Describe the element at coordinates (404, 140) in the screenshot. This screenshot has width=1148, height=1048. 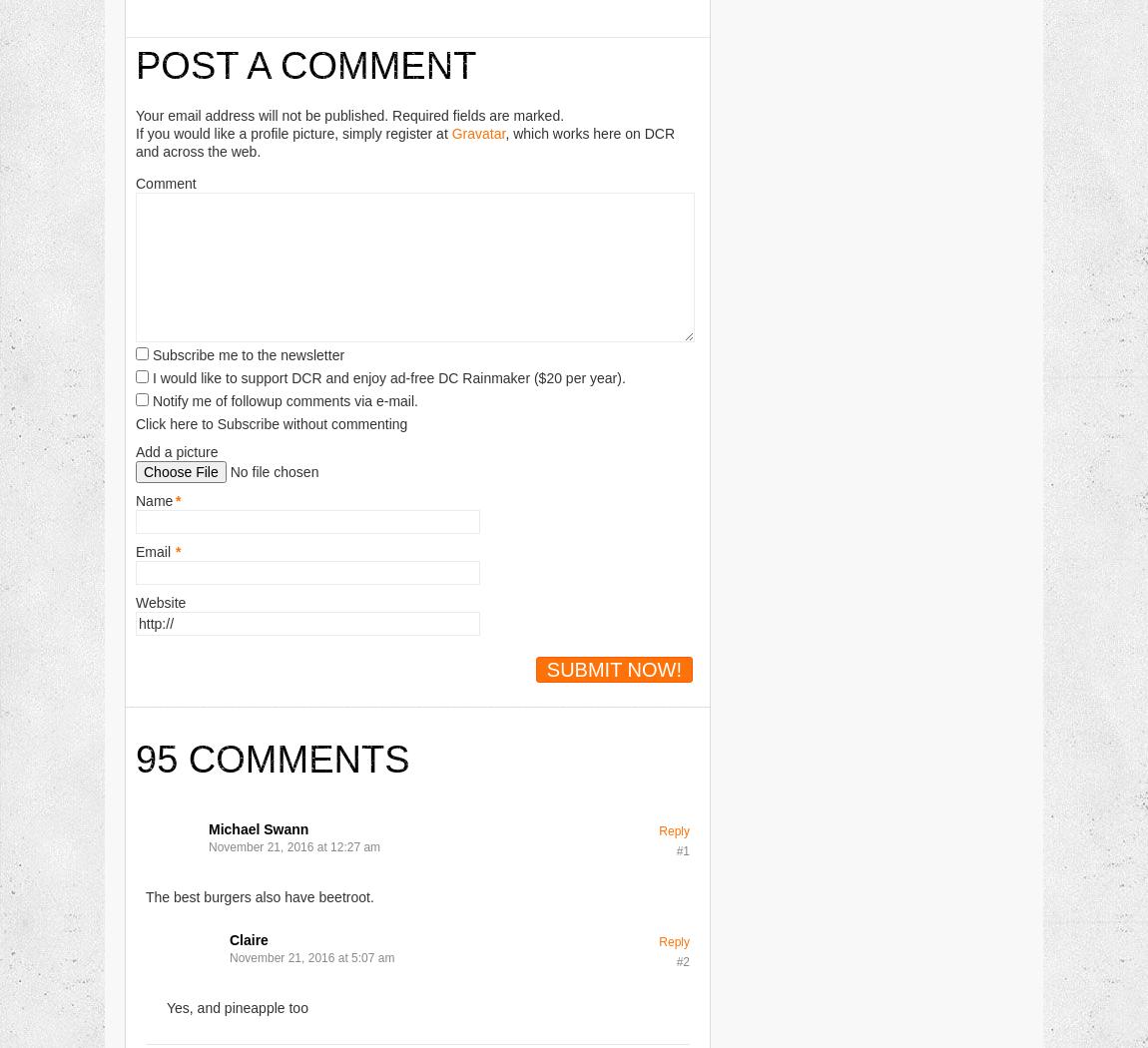
I see `', which works here on DCR and across the web.'` at that location.